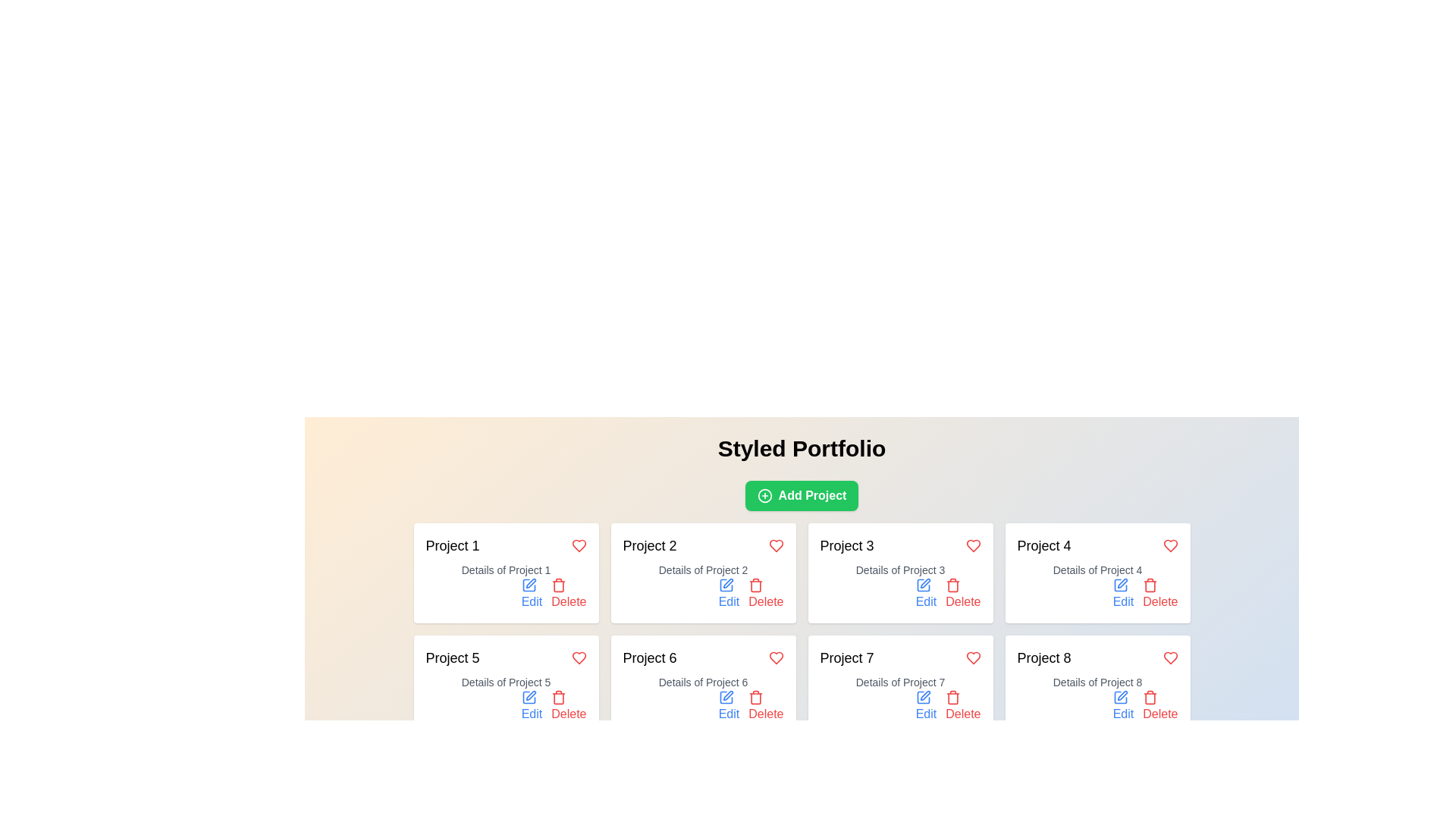 The width and height of the screenshot is (1456, 819). I want to click on the 'Delete' button with a trash can icon in red text located in the footer section of the card labeled 'Project 7', so click(962, 707).